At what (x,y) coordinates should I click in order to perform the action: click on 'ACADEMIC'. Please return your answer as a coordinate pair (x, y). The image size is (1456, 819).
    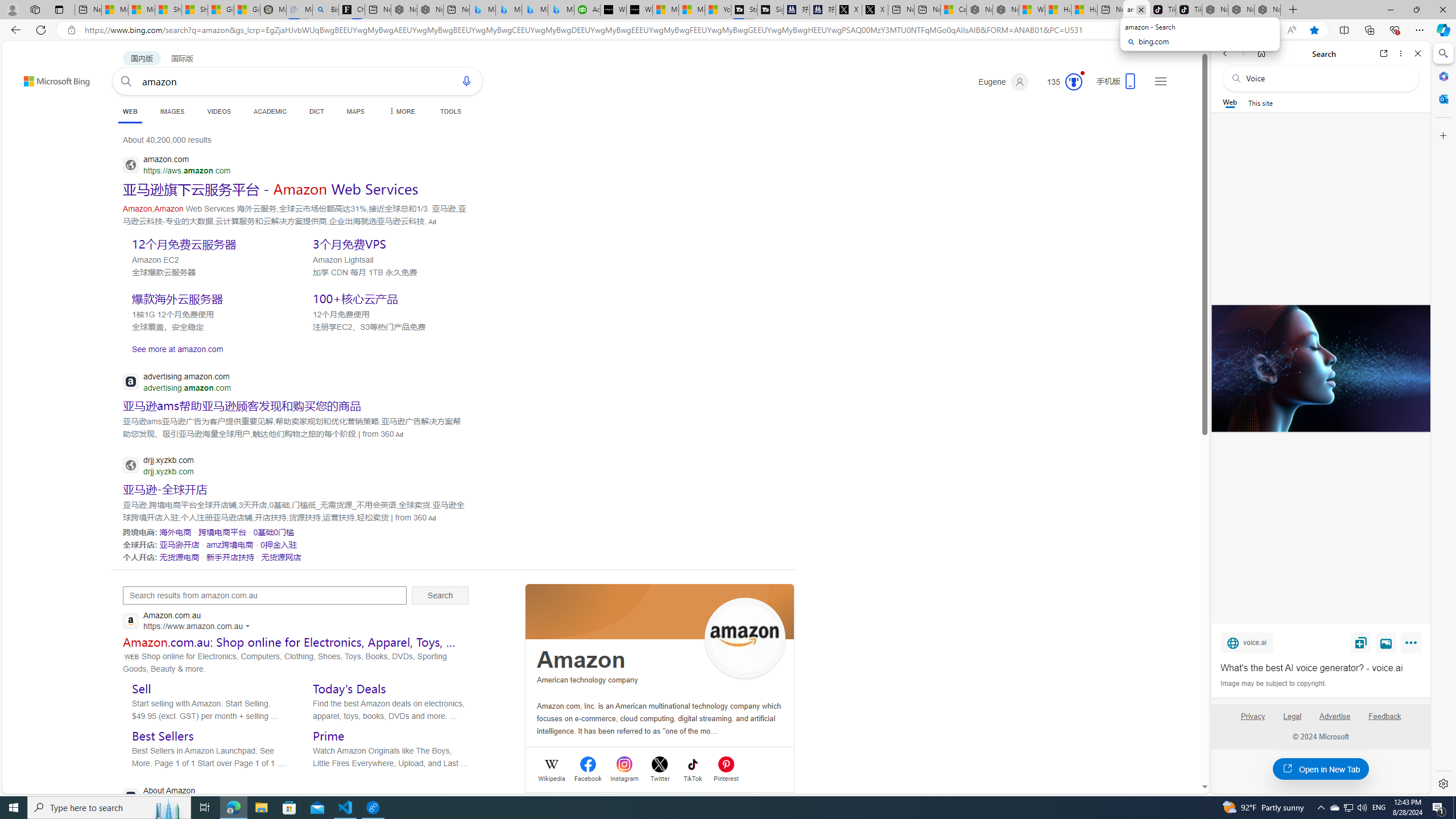
    Looking at the image, I should click on (269, 111).